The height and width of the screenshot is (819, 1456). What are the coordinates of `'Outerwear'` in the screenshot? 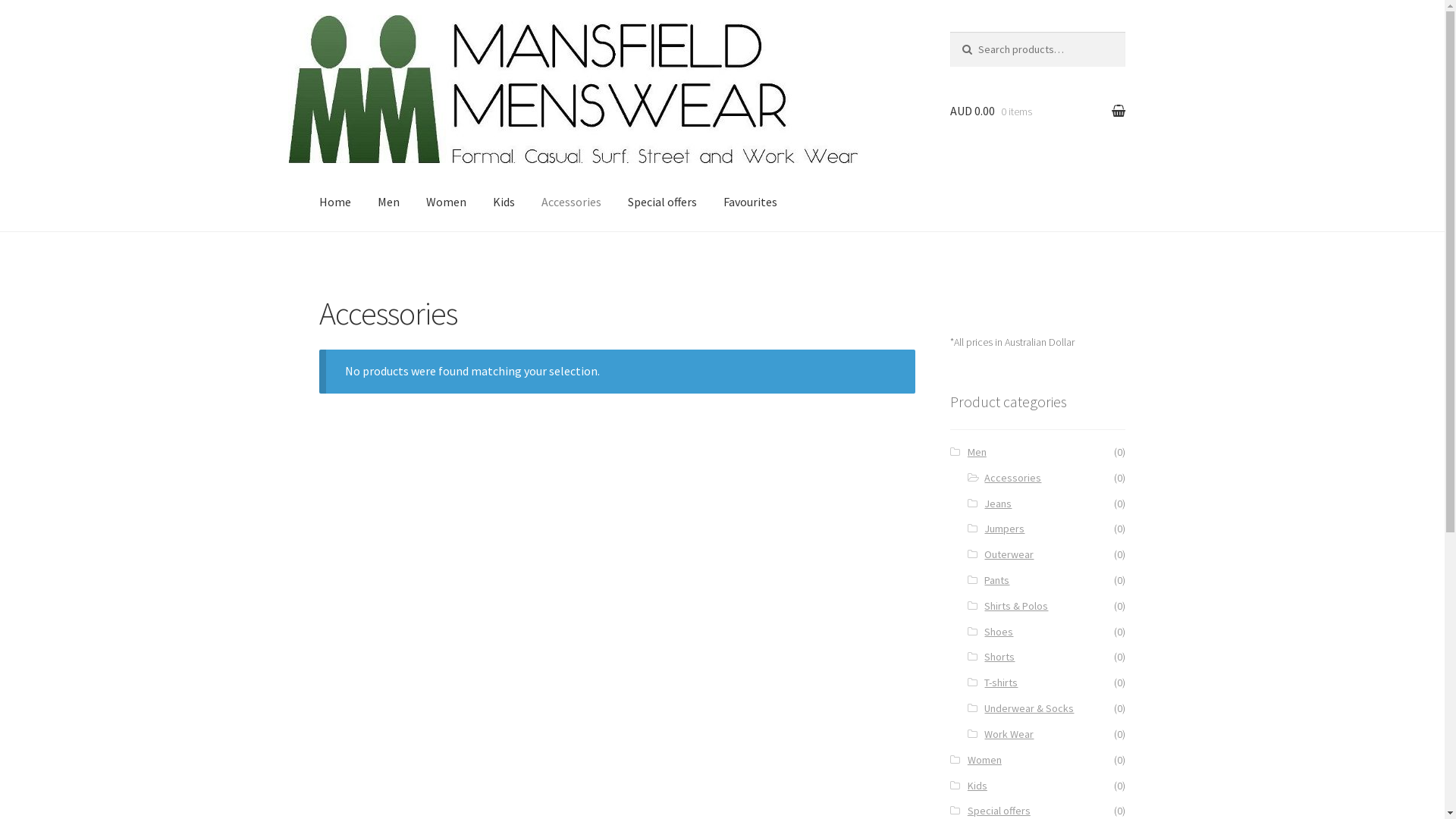 It's located at (1009, 554).